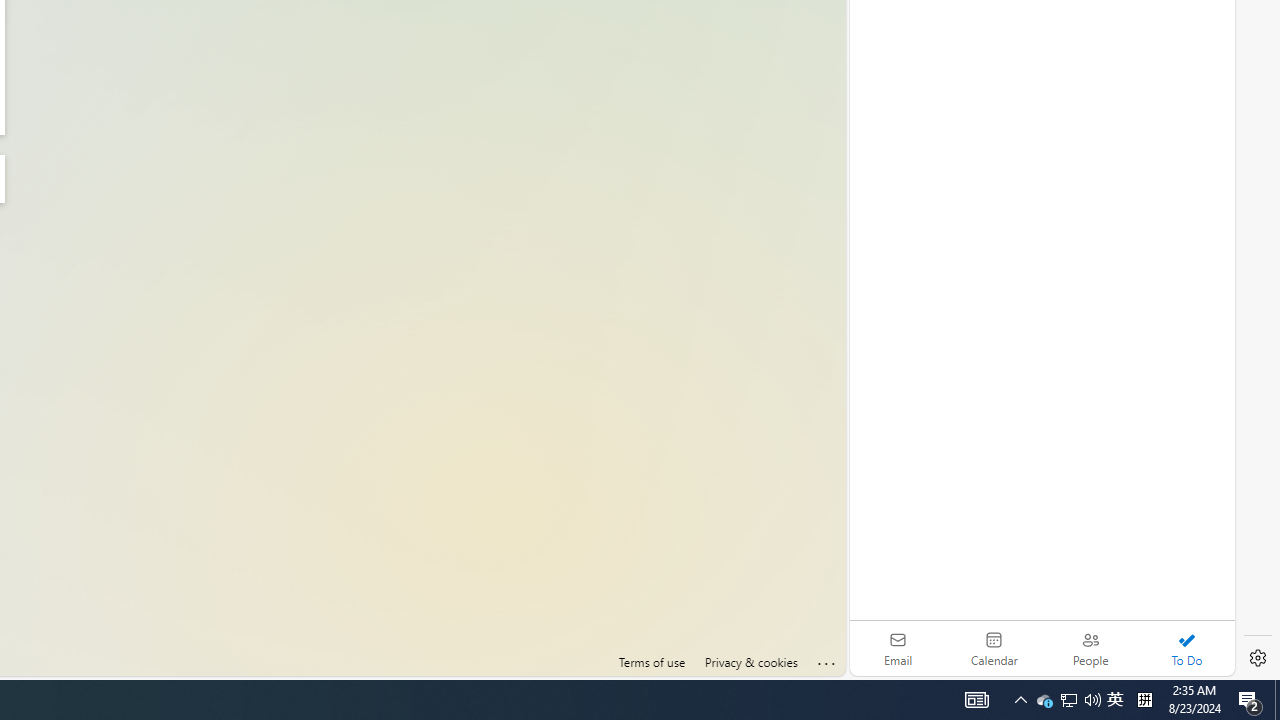 The height and width of the screenshot is (720, 1280). I want to click on 'Click here for troubleshooting information', so click(827, 659).